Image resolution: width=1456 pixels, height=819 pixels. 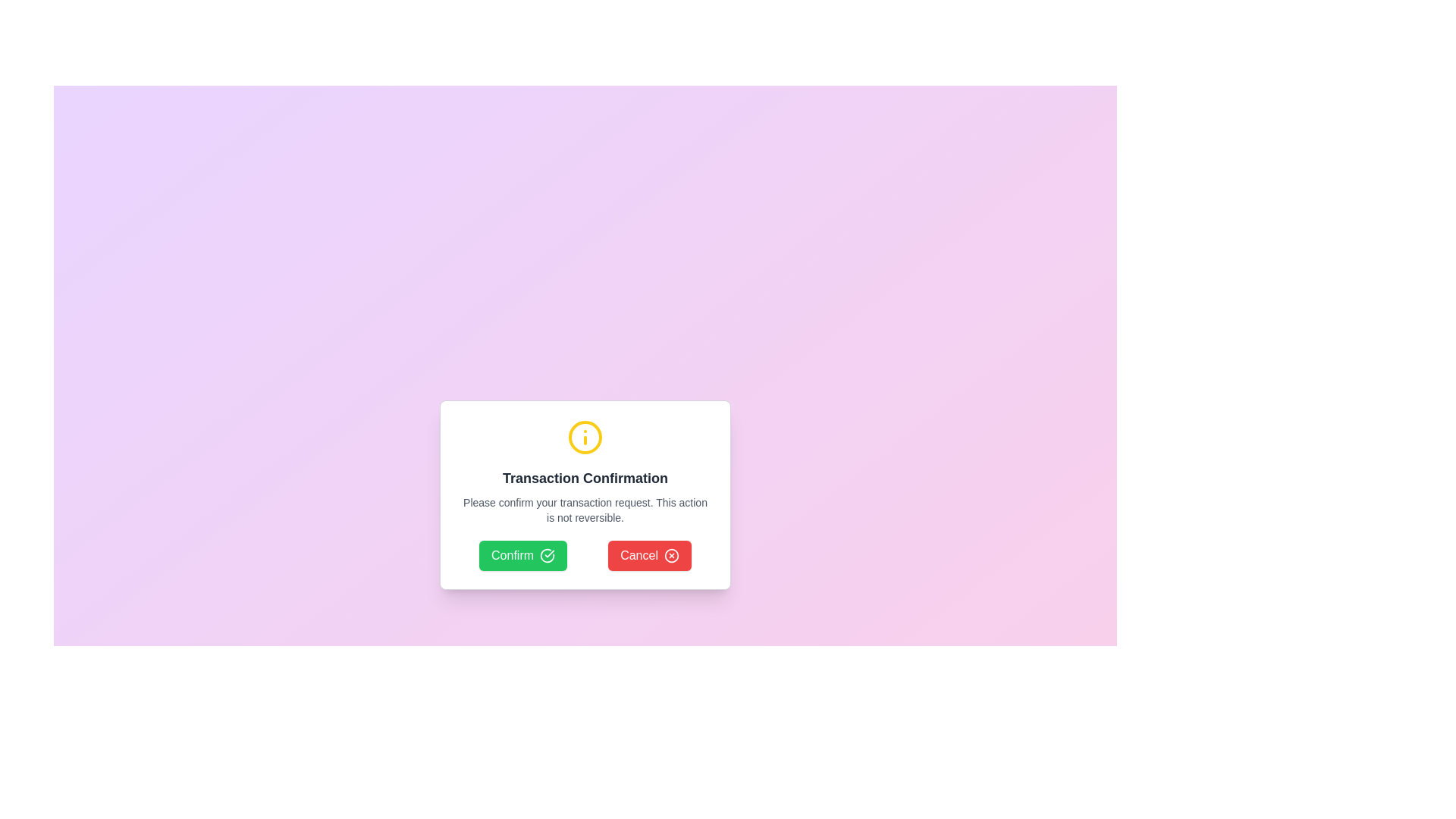 I want to click on the bold red 'Cancel' button text label at the bottom-right corner of the confirmation modal, so click(x=639, y=555).